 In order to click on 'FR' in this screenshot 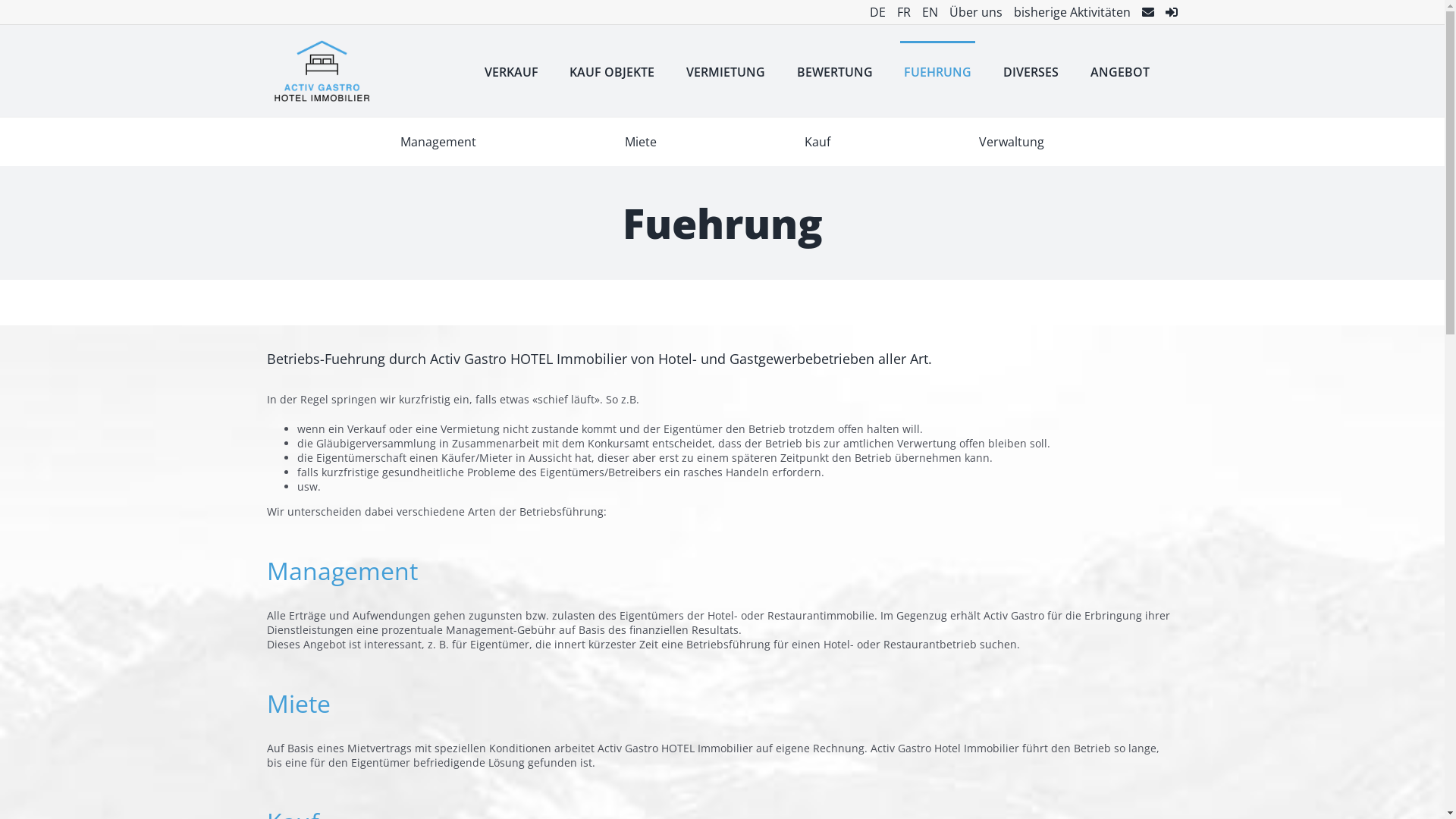, I will do `click(898, 11)`.